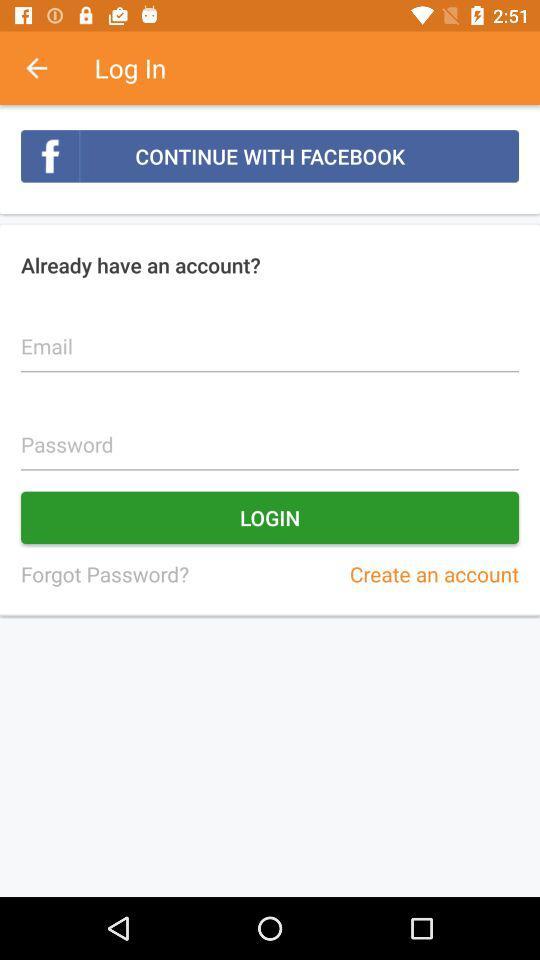 This screenshot has width=540, height=960. Describe the element at coordinates (270, 335) in the screenshot. I see `e-mail address` at that location.